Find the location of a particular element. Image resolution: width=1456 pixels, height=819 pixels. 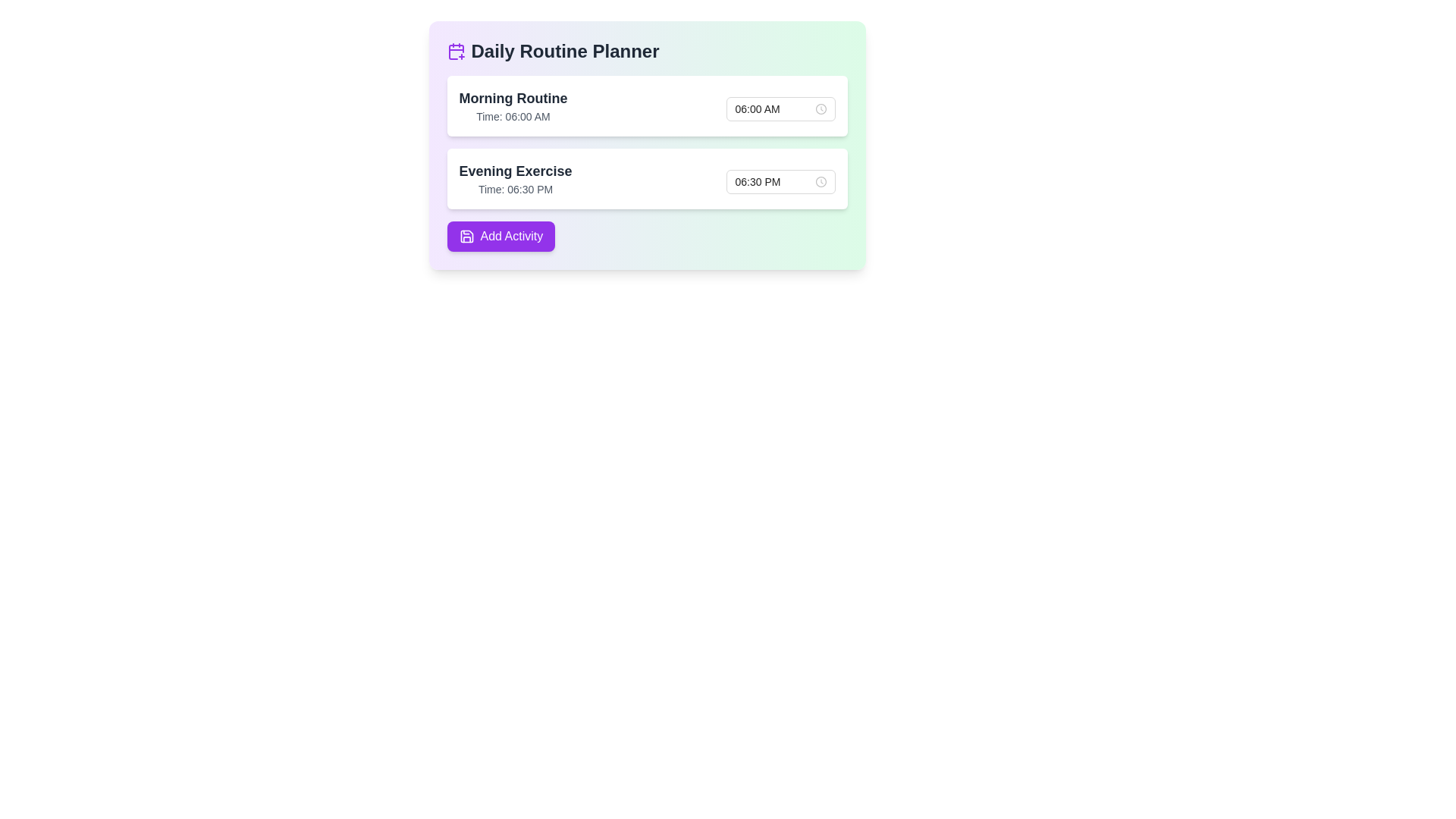

the first icon within the 'Add Activity' button located in the bottom left of the card-like interface to trigger the tooltip or visual effect is located at coordinates (466, 237).